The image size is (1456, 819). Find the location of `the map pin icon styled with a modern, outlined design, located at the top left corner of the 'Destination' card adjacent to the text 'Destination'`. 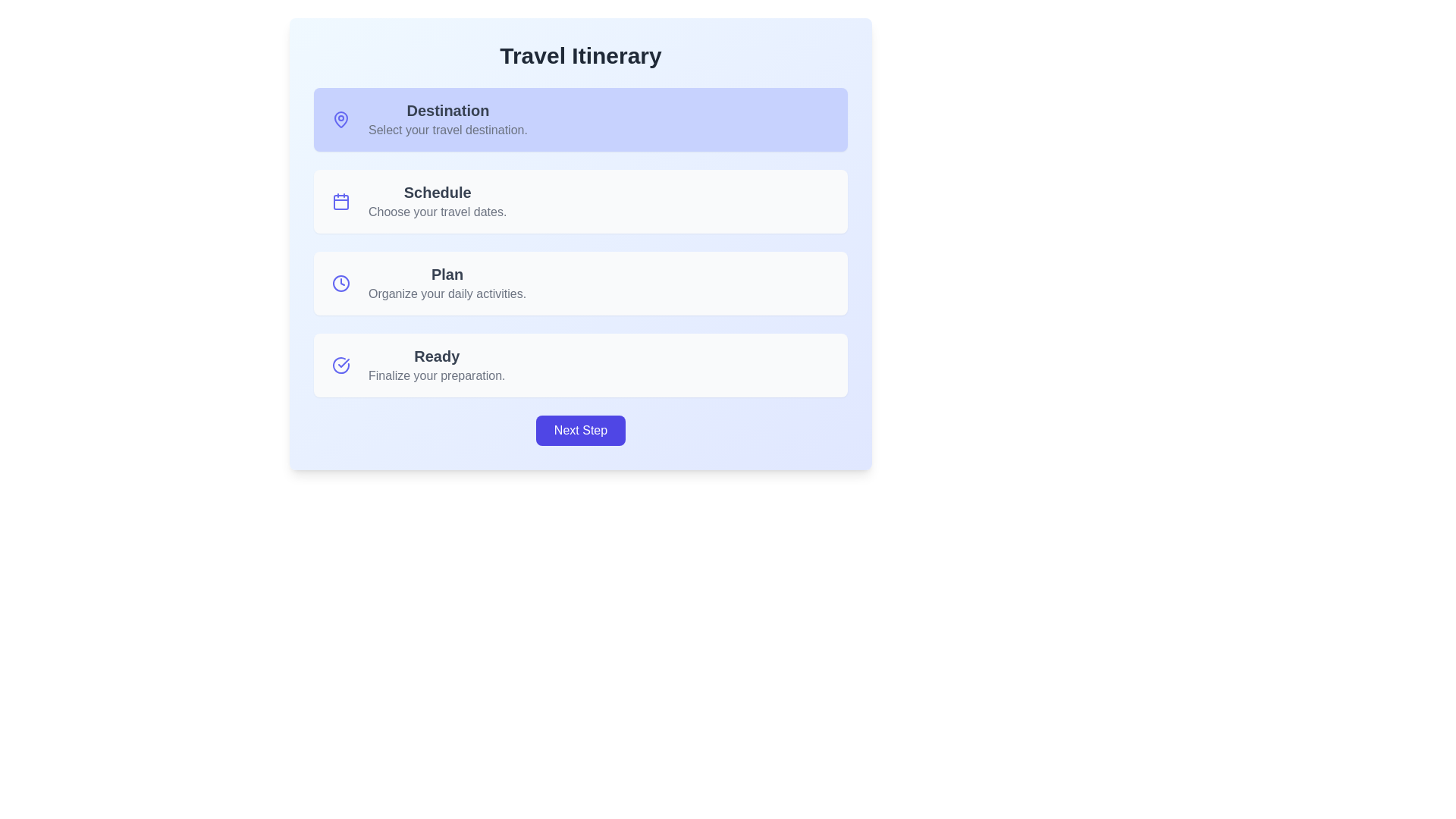

the map pin icon styled with a modern, outlined design, located at the top left corner of the 'Destination' card adjacent to the text 'Destination' is located at coordinates (340, 119).